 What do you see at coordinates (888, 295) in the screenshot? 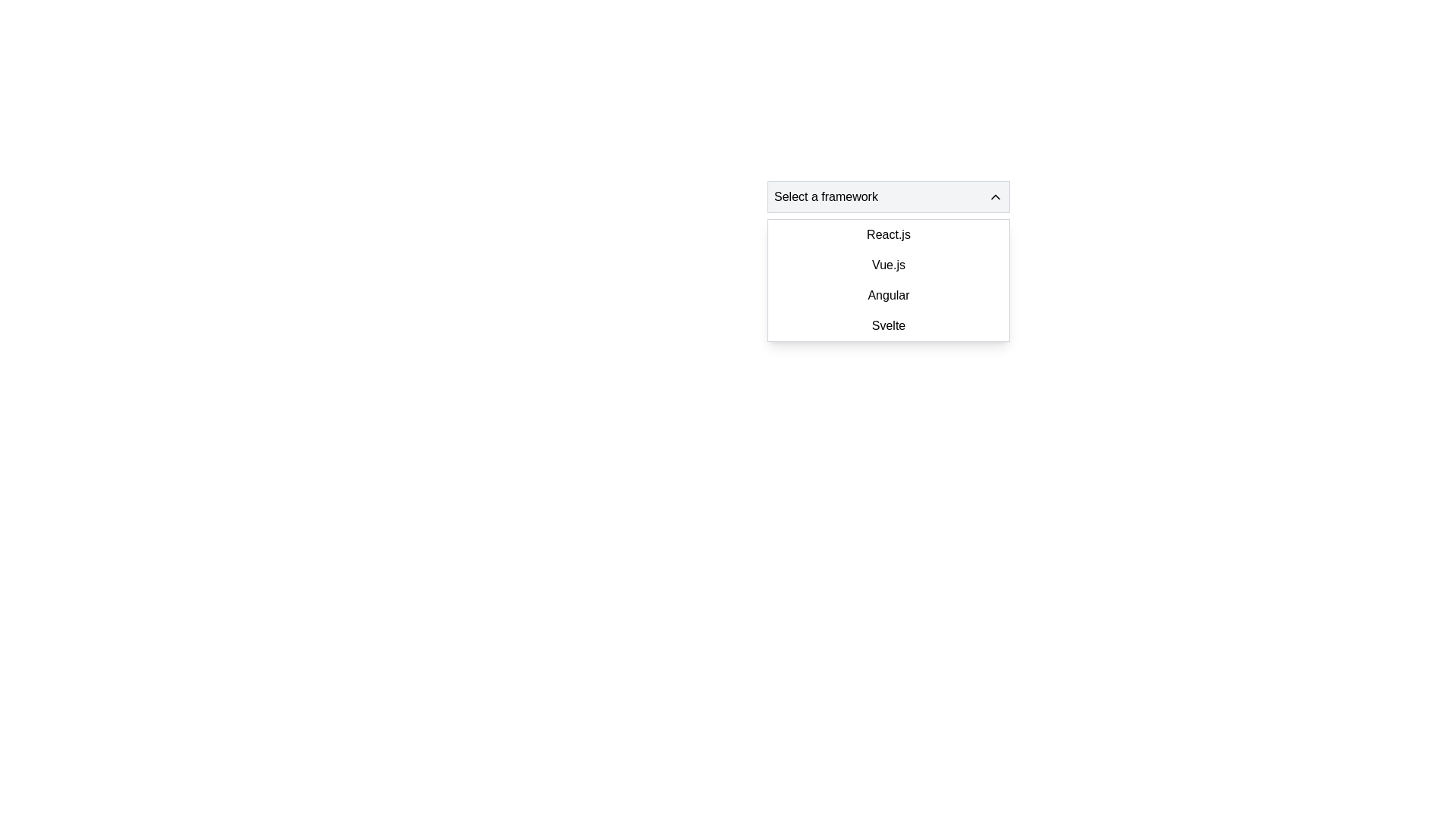
I see `the list item displaying 'Angular' in the dropdown menu` at bounding box center [888, 295].